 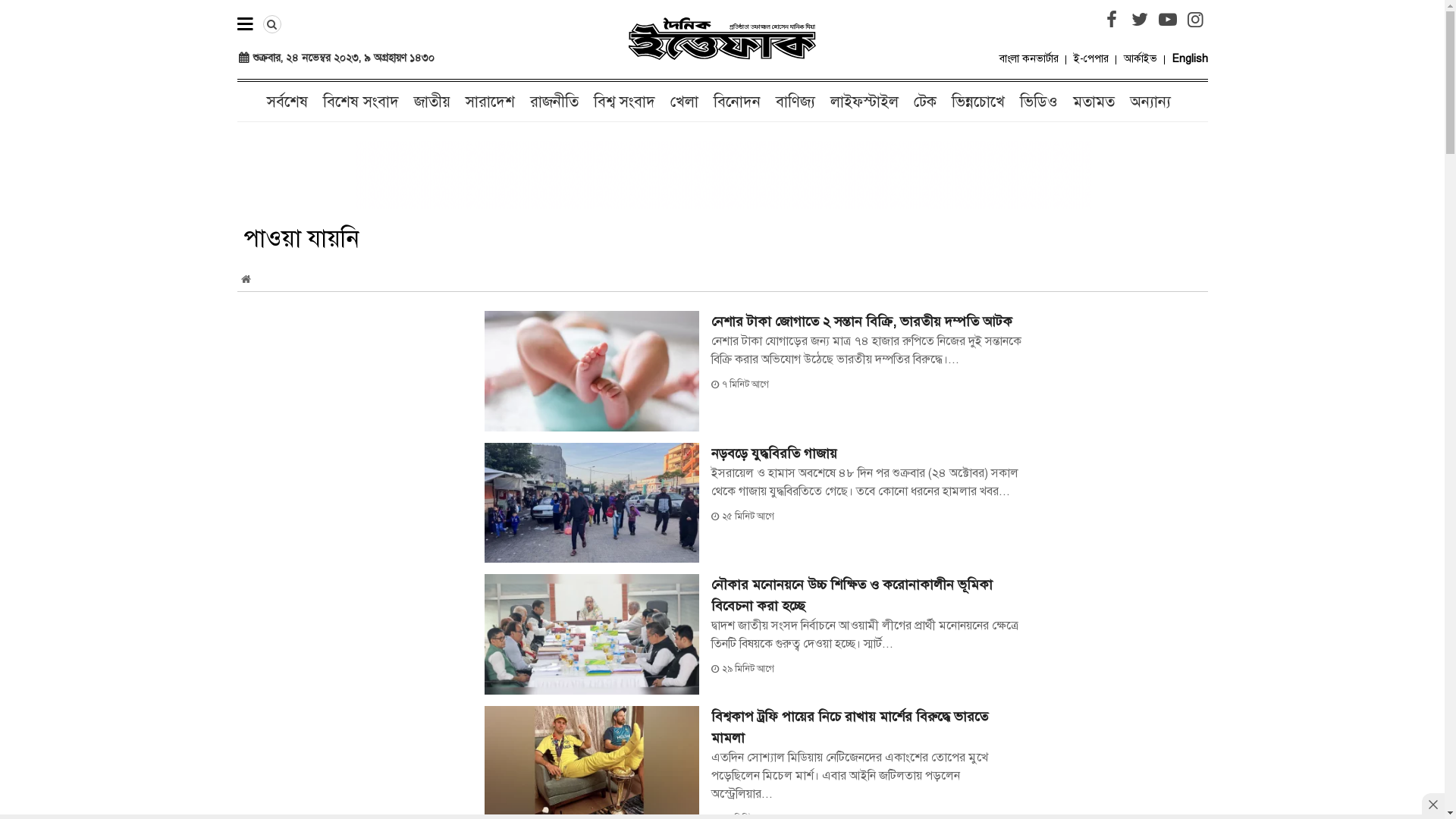 I want to click on 'English', so click(x=1189, y=58).